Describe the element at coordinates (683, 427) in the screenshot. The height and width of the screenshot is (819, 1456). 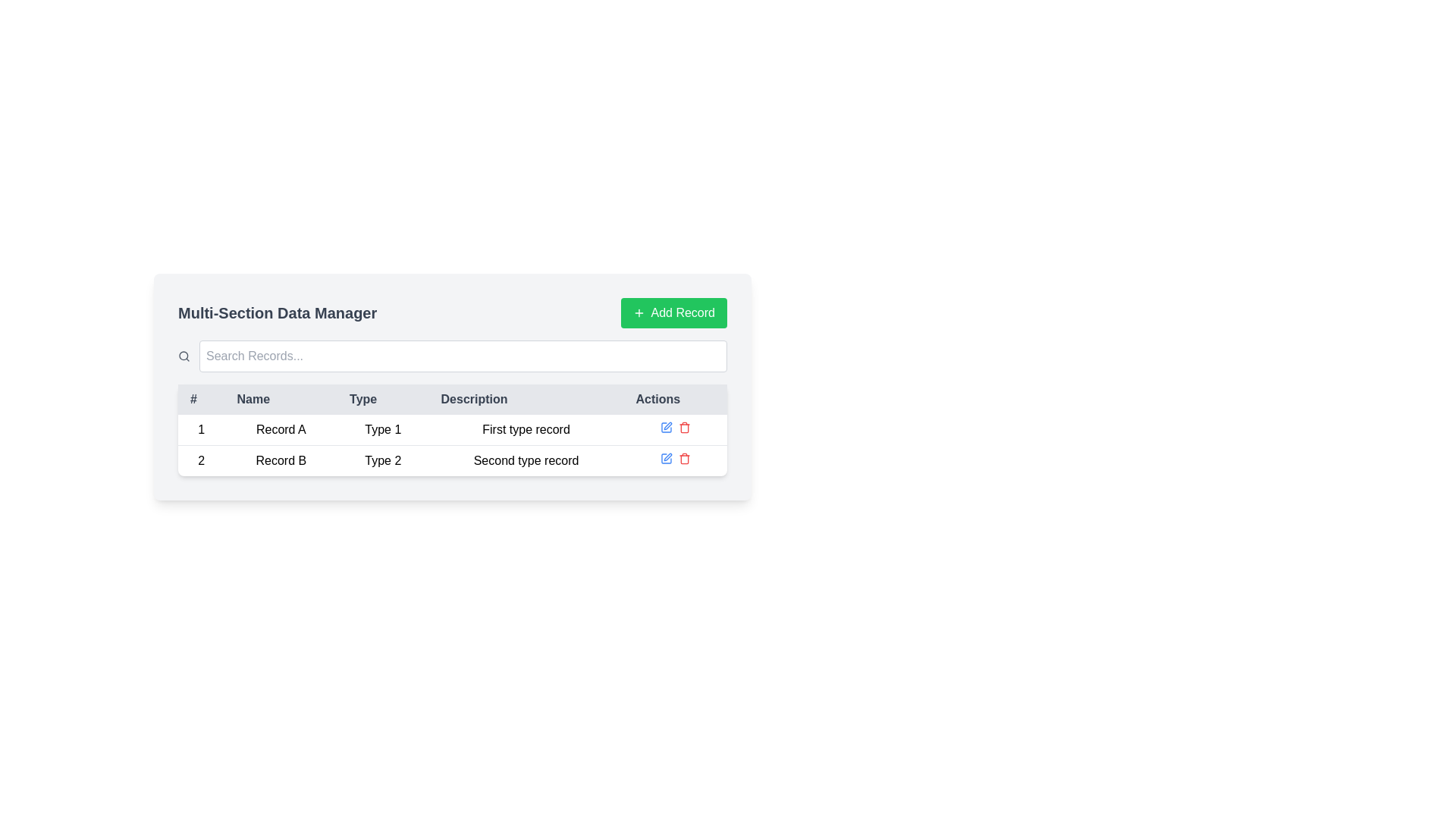
I see `the delete button located at the far-right of the second row in the data table within the 'Actions' column` at that location.